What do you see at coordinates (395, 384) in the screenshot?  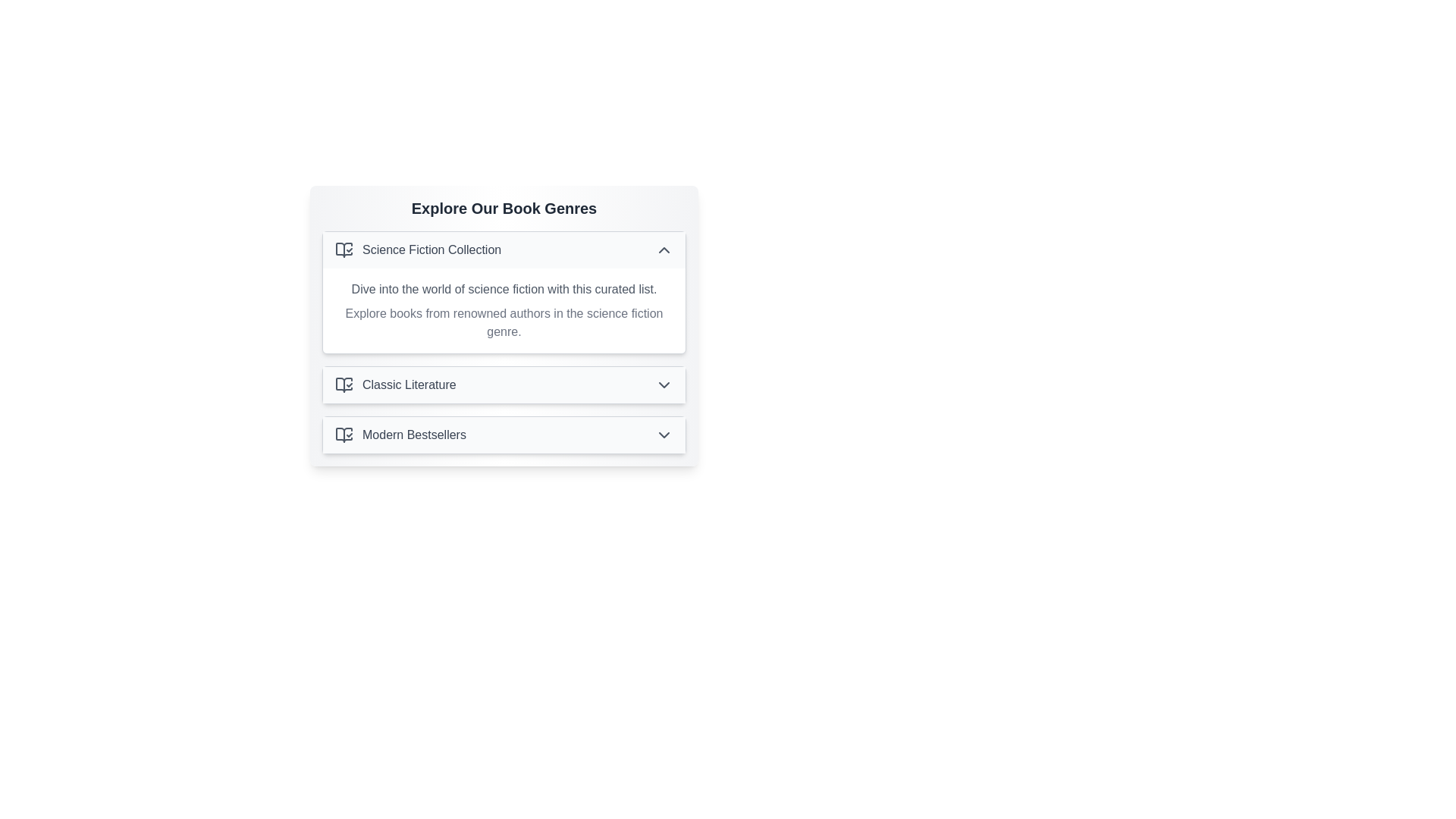 I see `the clickable list item labeled 'Classic Literature', which features a book icon with a checkmark on the left and is positioned between 'Science Fiction Collection' and 'Modern Bestsellers' under the 'Explore Our Book Genres' section` at bounding box center [395, 384].